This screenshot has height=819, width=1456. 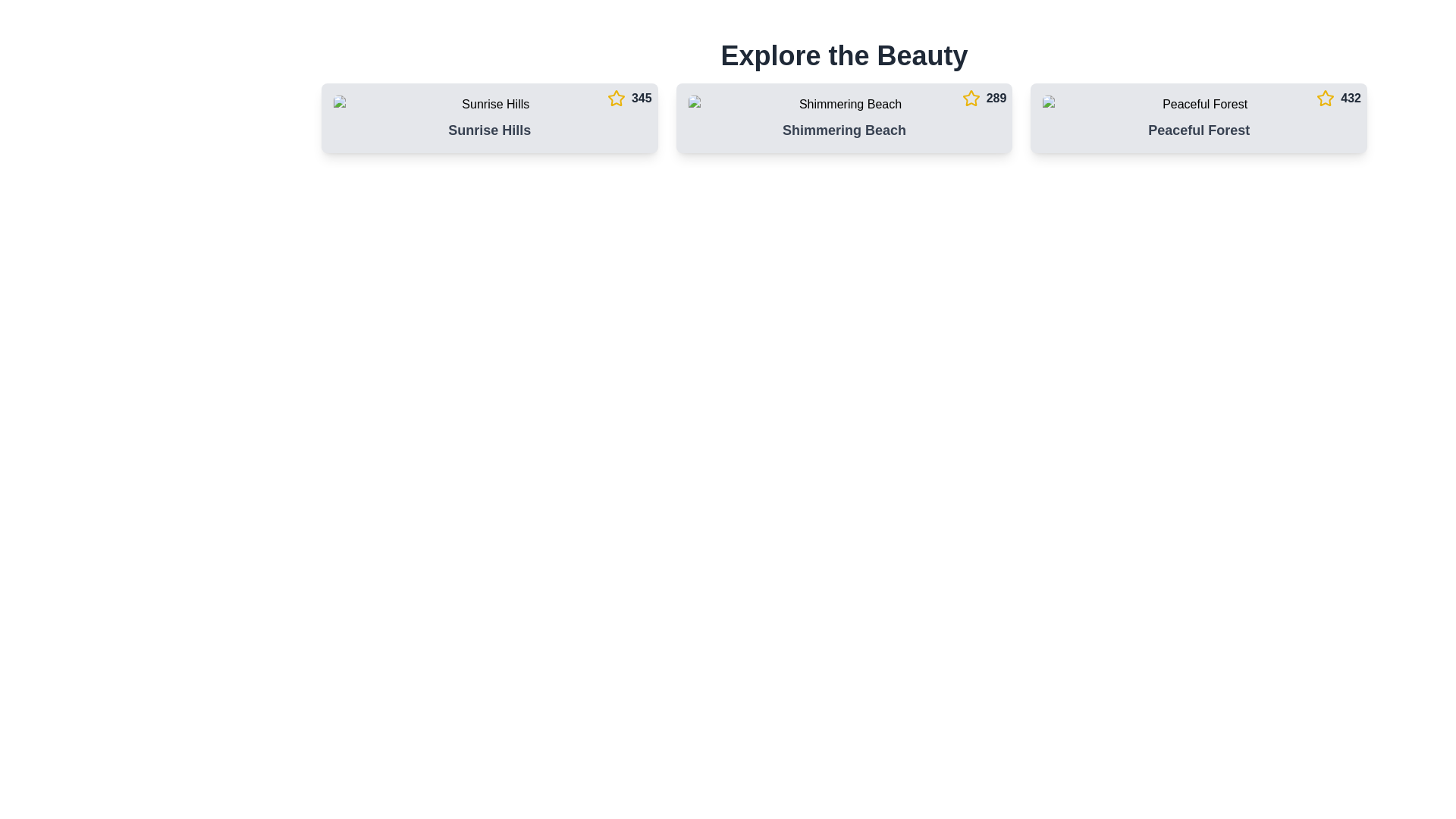 I want to click on the star-shaped icon with a yellow outline, indicating its state visually, so click(x=616, y=98).